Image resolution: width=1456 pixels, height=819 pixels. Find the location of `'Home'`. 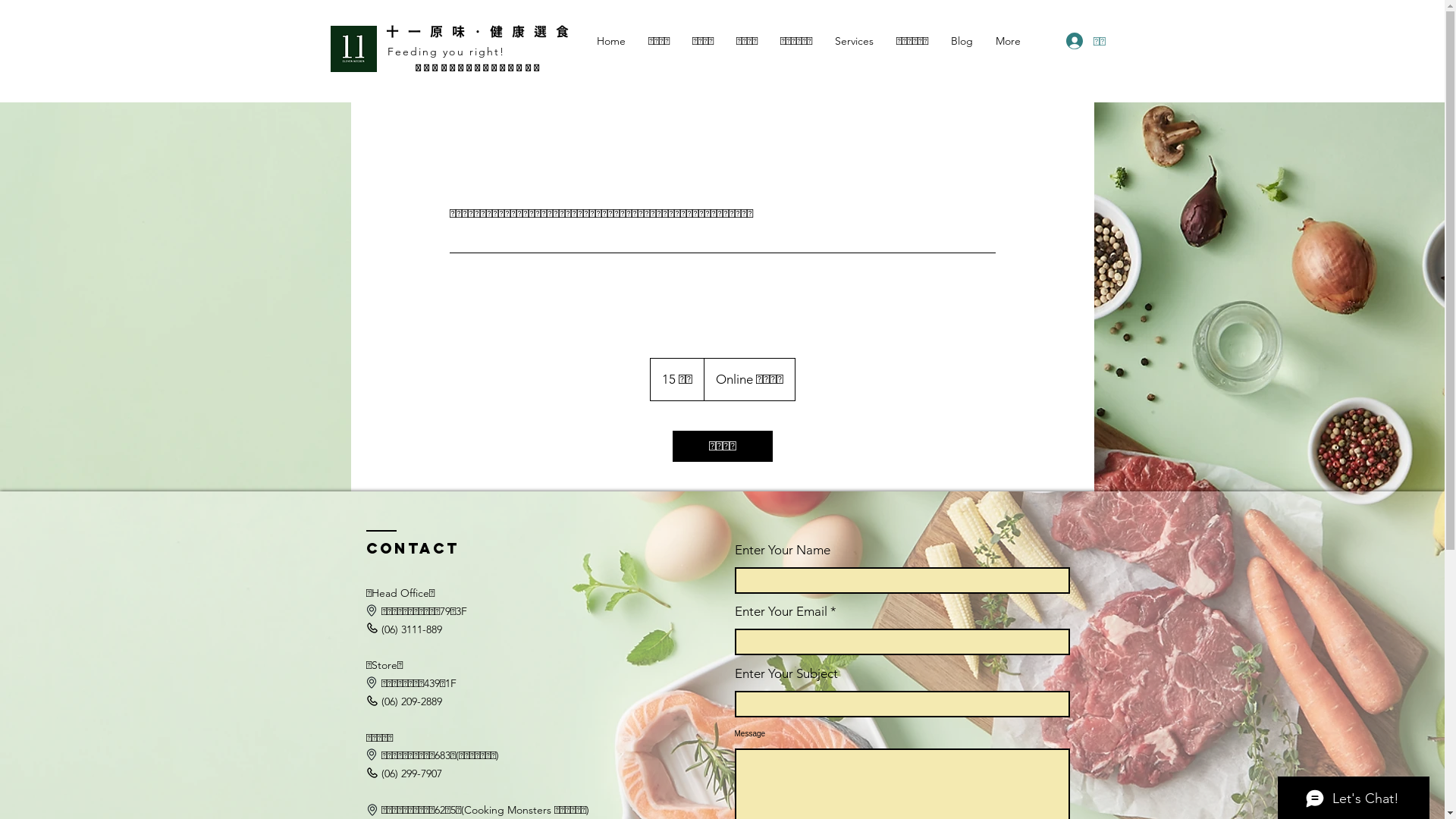

'Home' is located at coordinates (611, 40).